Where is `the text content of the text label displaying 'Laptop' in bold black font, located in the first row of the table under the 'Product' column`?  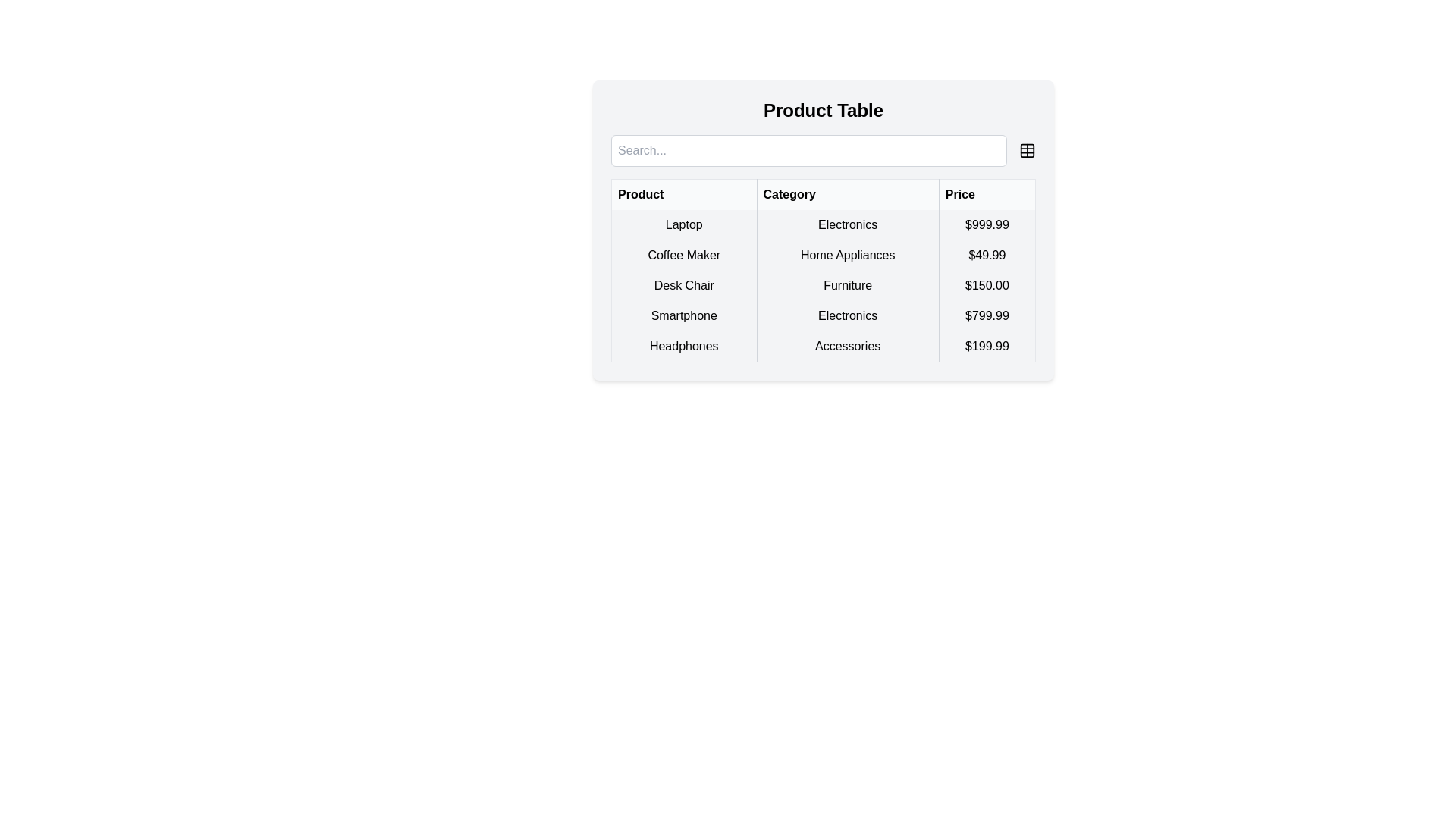 the text content of the text label displaying 'Laptop' in bold black font, located in the first row of the table under the 'Product' column is located at coordinates (683, 225).